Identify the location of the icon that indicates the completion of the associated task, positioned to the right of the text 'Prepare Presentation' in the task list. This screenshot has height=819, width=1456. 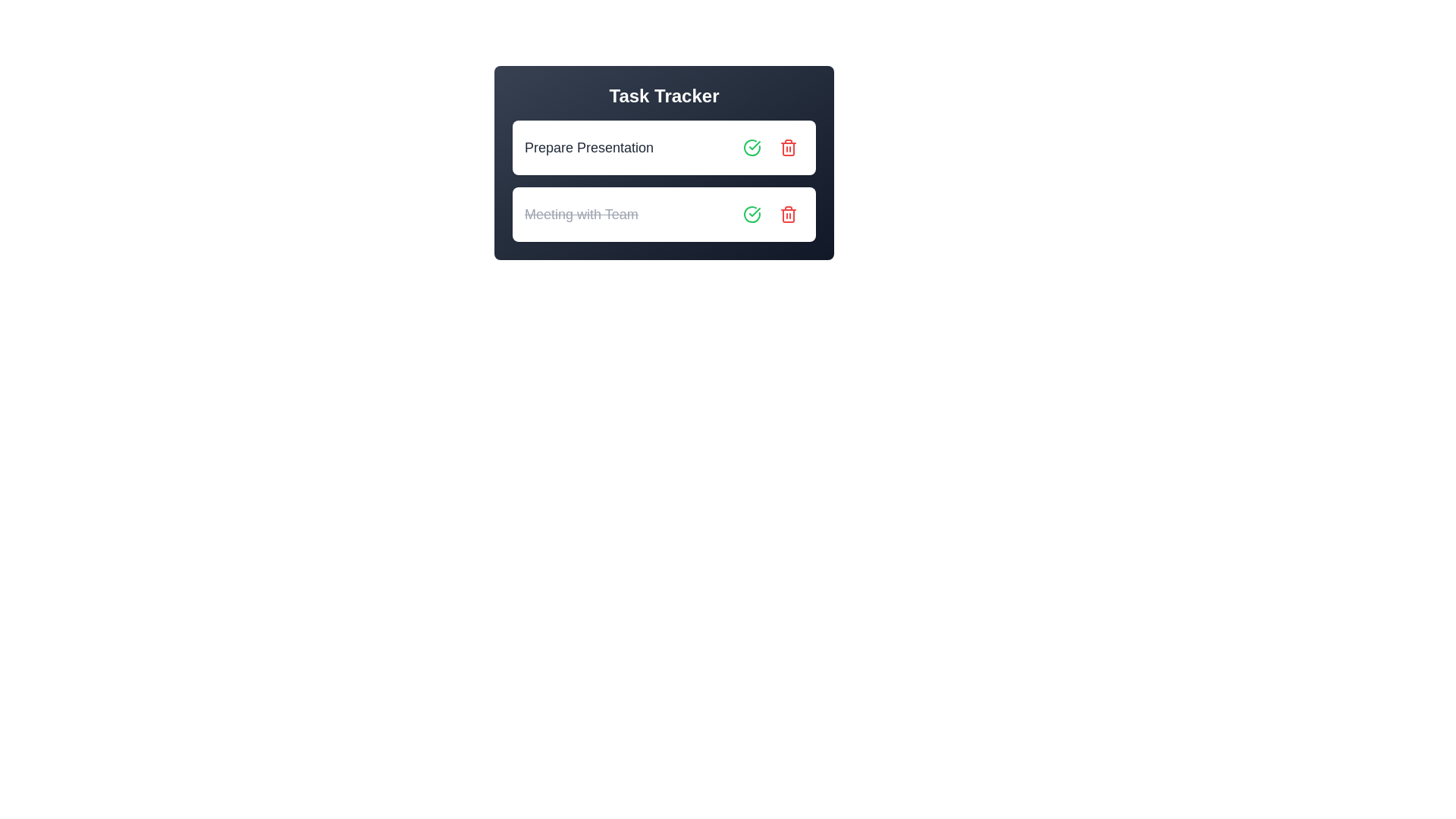
(752, 148).